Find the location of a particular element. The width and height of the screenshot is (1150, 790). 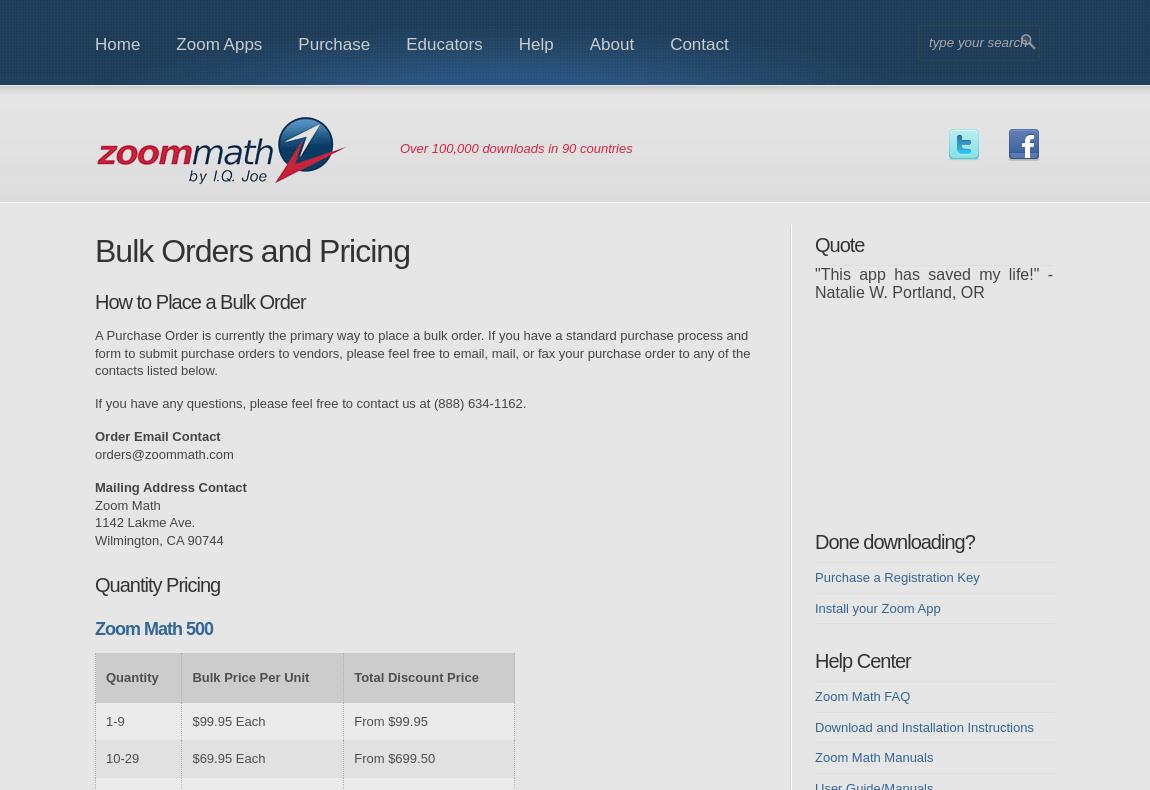

'Download and Installation Instructions' is located at coordinates (924, 726).